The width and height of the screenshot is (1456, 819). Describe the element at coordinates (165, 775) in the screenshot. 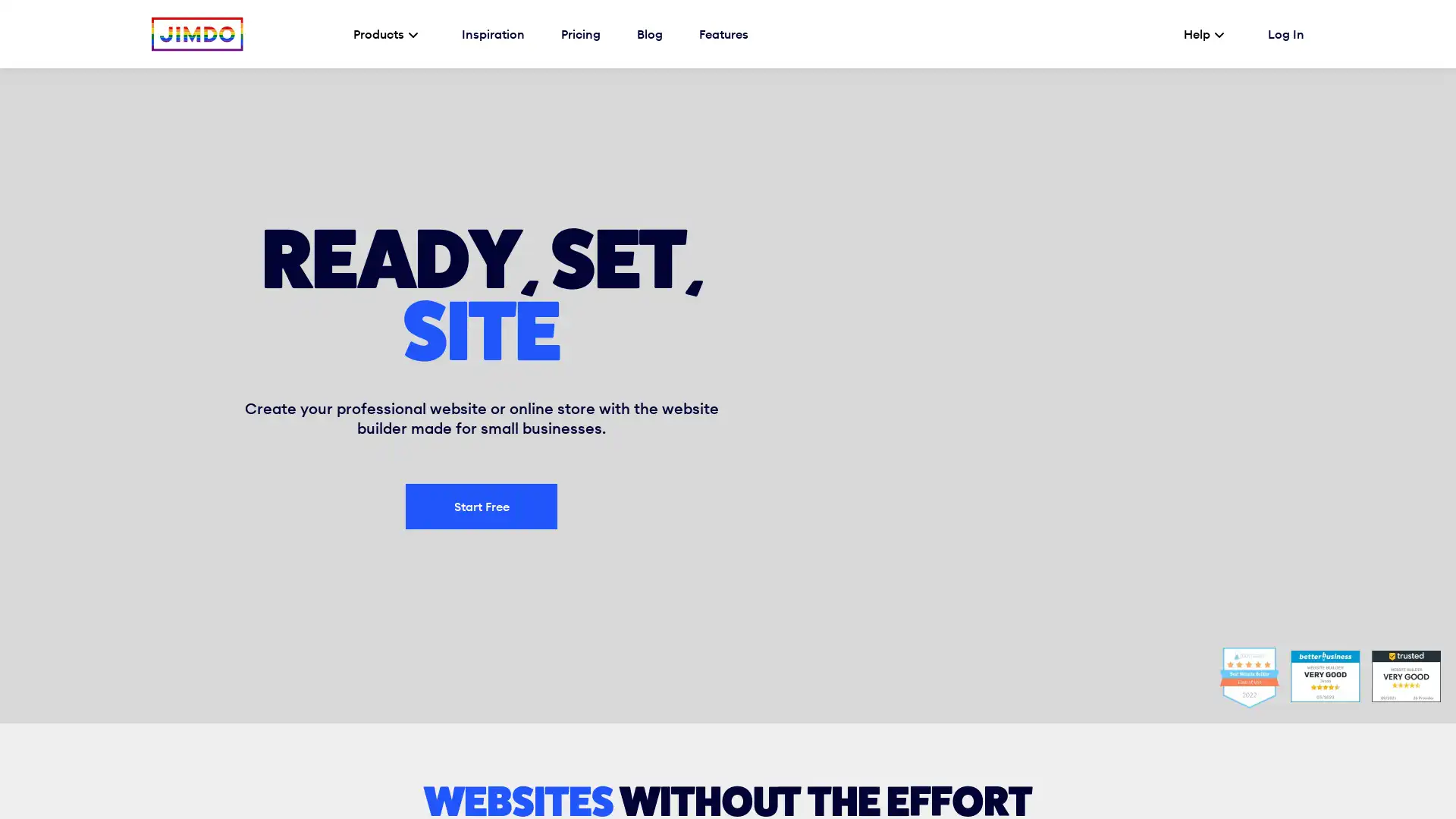

I see `Settings` at that location.